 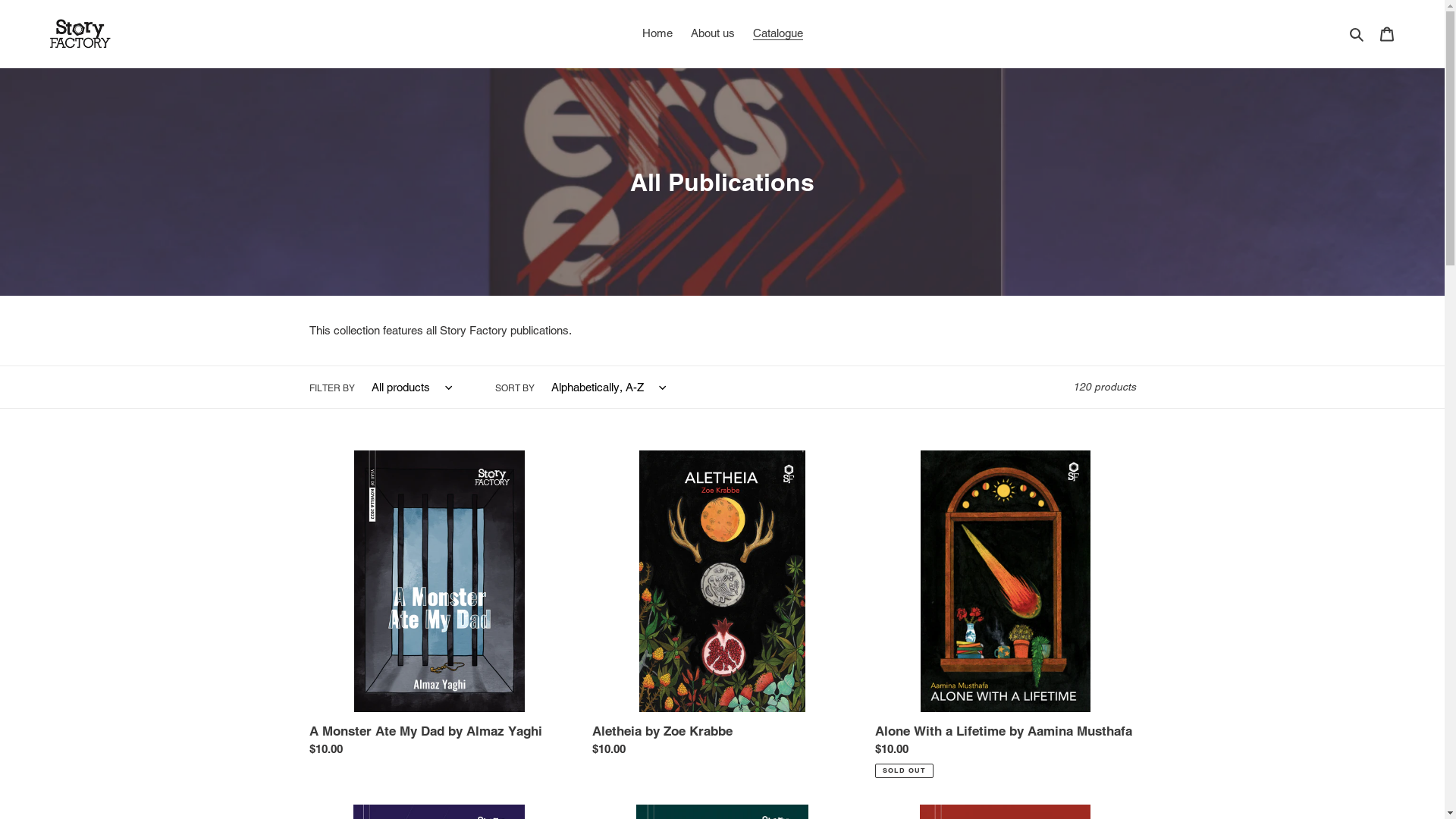 What do you see at coordinates (711, 33) in the screenshot?
I see `'About us'` at bounding box center [711, 33].